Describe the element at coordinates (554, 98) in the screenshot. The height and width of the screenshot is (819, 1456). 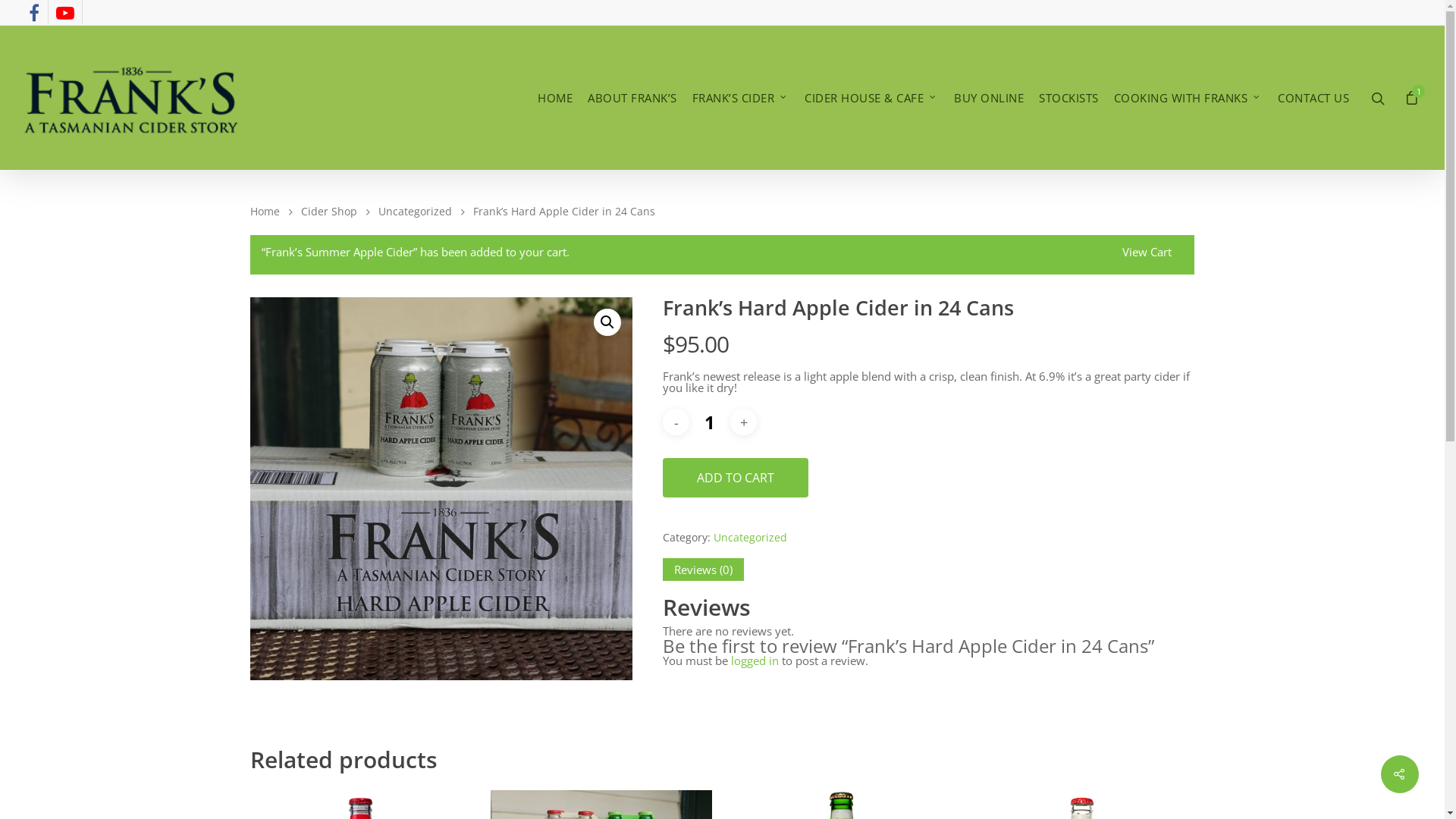
I see `'HOME'` at that location.